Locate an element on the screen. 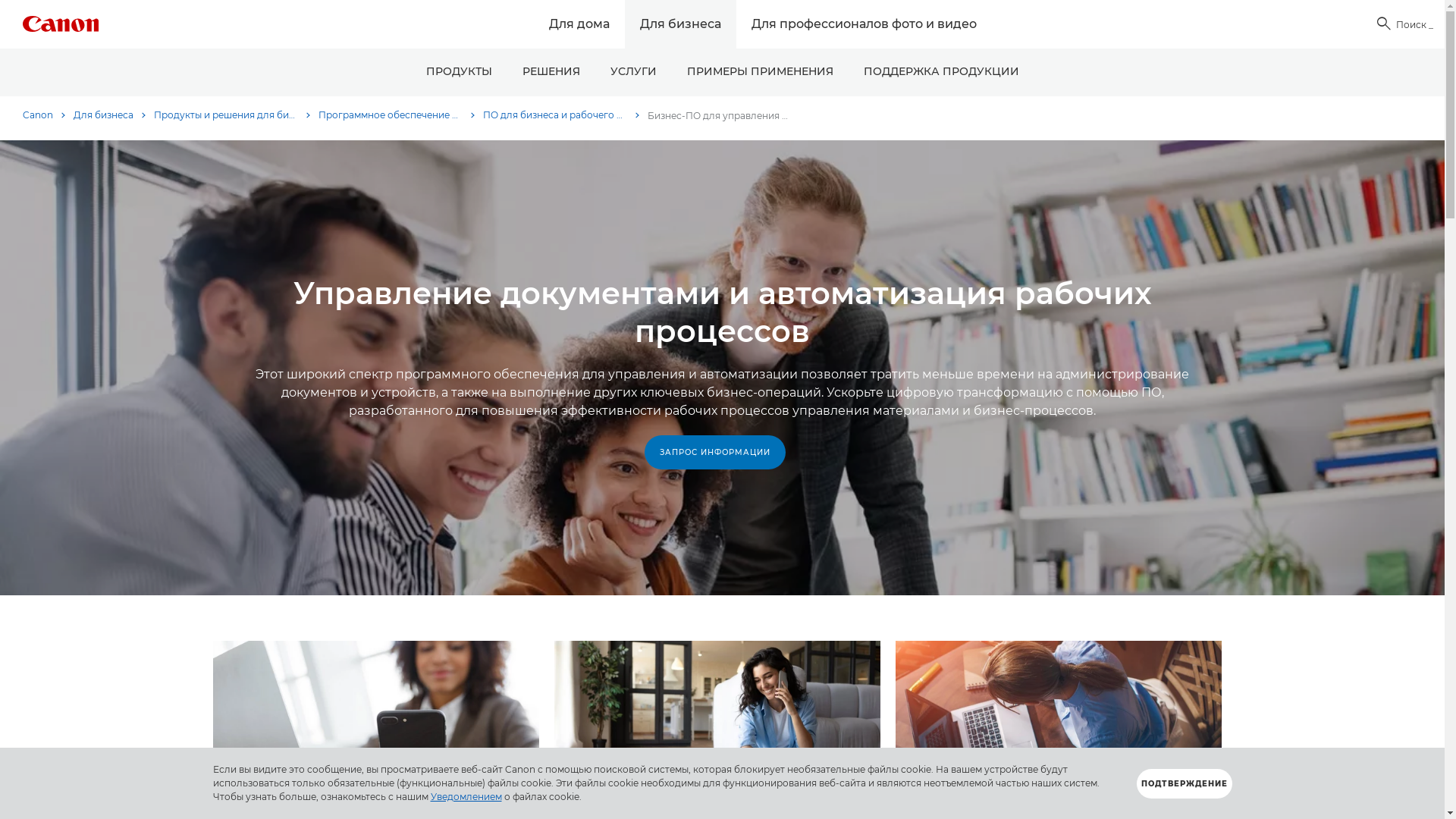  'Canon' is located at coordinates (22, 114).